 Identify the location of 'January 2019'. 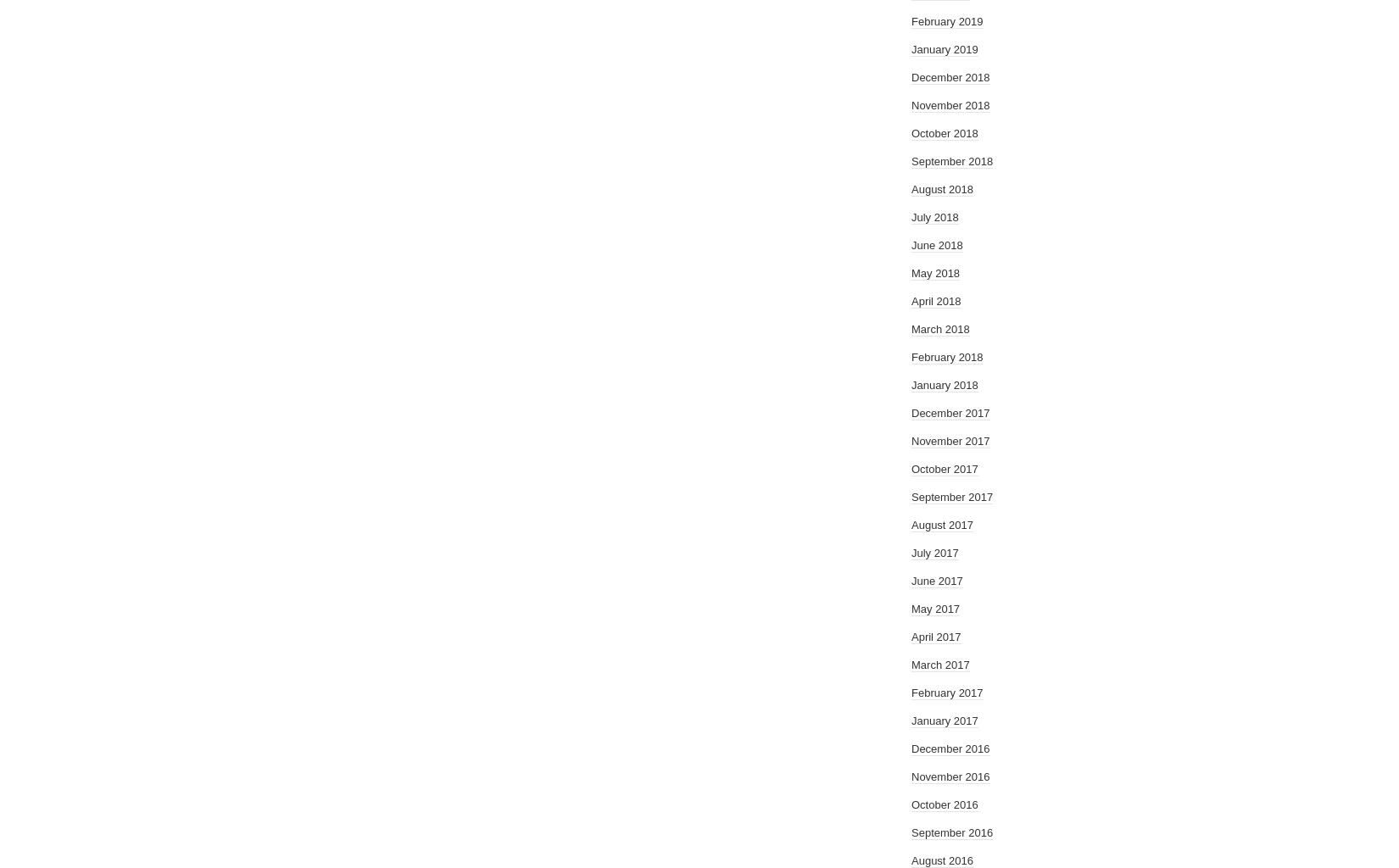
(945, 48).